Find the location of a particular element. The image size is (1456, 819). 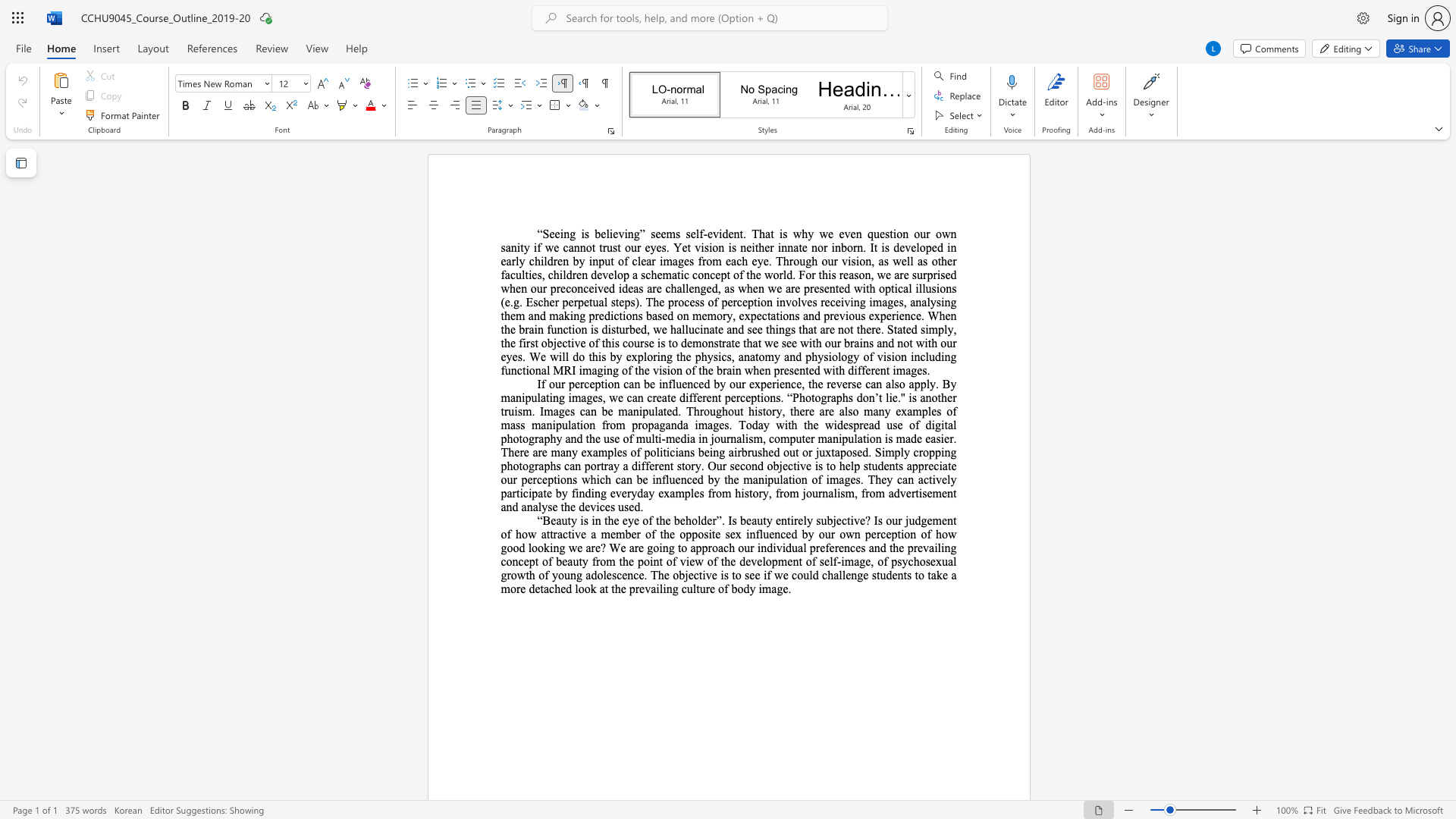

the subset text "ptions. “Photographs don’t lie." within the text "If our perception can be influenced by our experience, the reverse can also apply. By manipulating images, we can create different perceptions. “Photographs don’t lie." is located at coordinates (751, 397).